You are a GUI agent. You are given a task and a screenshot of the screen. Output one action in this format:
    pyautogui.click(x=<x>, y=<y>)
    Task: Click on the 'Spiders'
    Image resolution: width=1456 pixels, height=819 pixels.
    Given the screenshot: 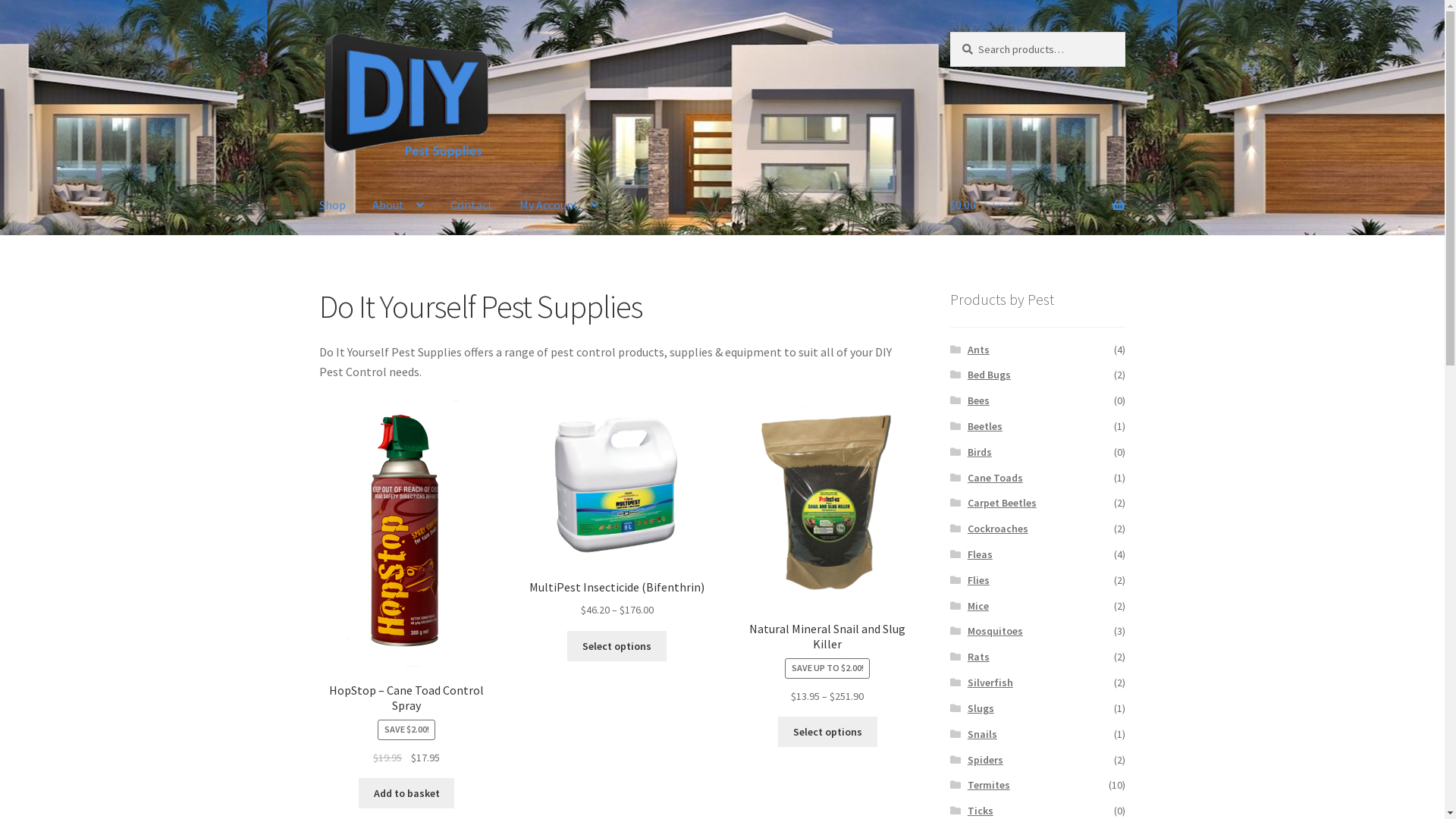 What is the action you would take?
    pyautogui.click(x=985, y=760)
    